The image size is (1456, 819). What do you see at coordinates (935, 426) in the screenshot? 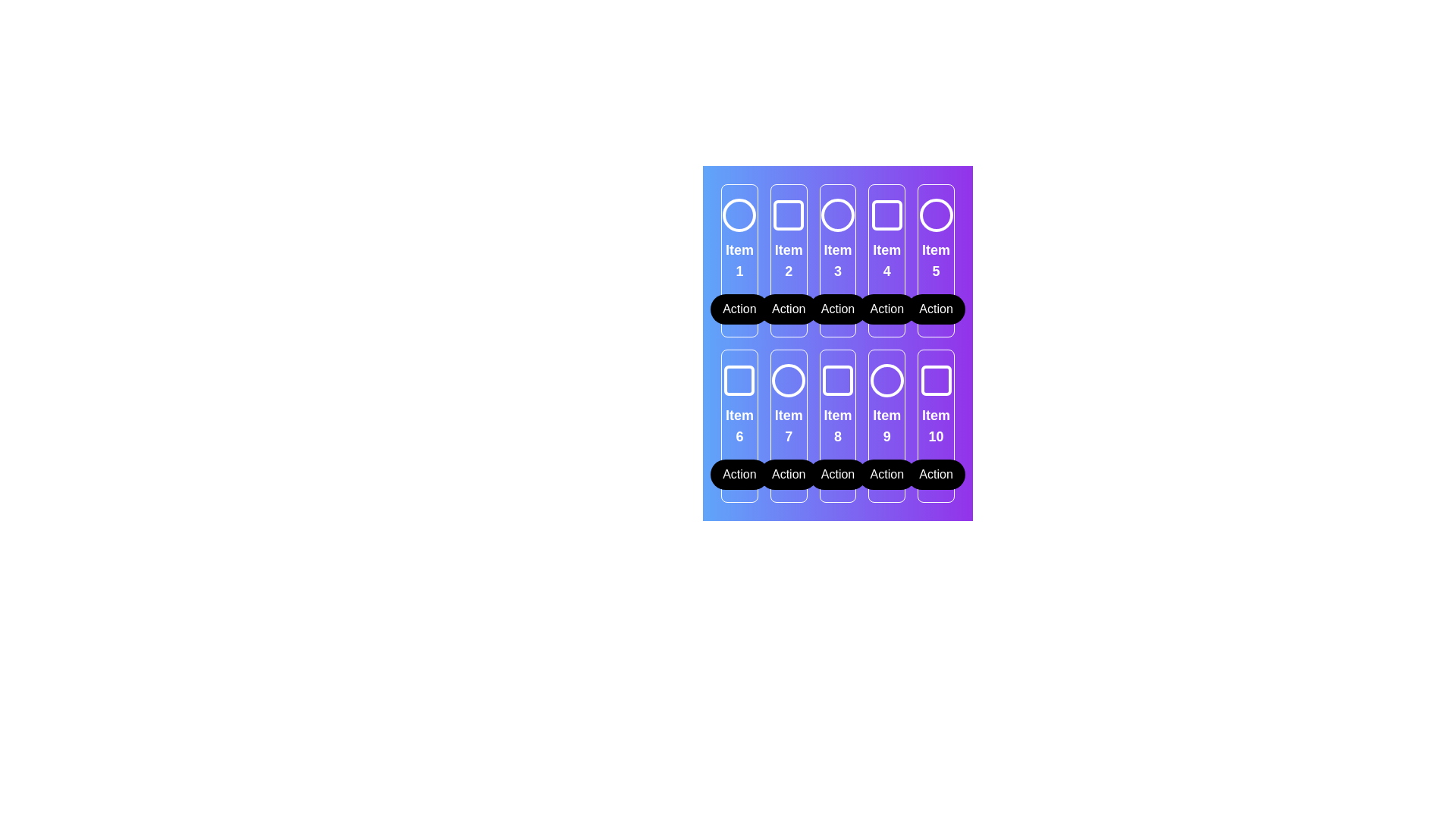
I see `the Text label located in the lower-right cell of a 2x5 grid structure, which is part of a vertically stacked arrangement with an icon and an 'Action' button` at bounding box center [935, 426].